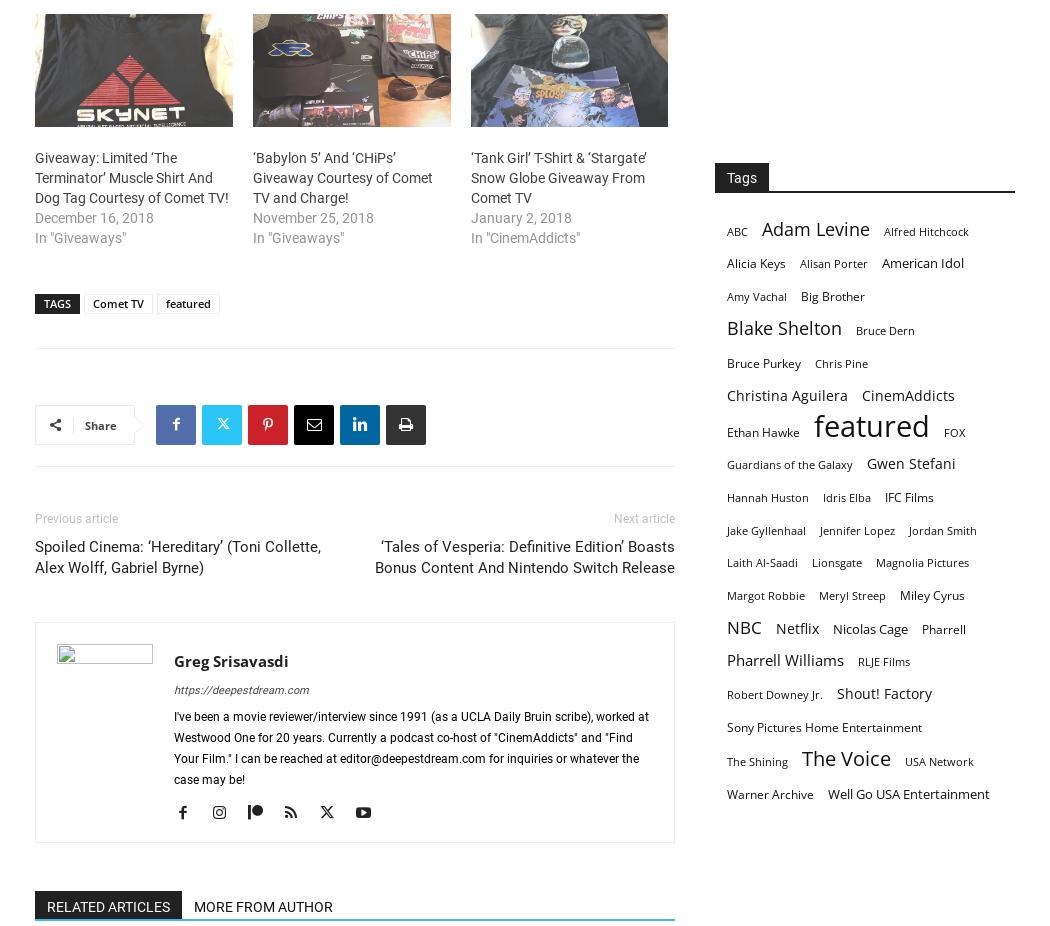 Image resolution: width=1050 pixels, height=926 pixels. What do you see at coordinates (761, 227) in the screenshot?
I see `'Adam Levine'` at bounding box center [761, 227].